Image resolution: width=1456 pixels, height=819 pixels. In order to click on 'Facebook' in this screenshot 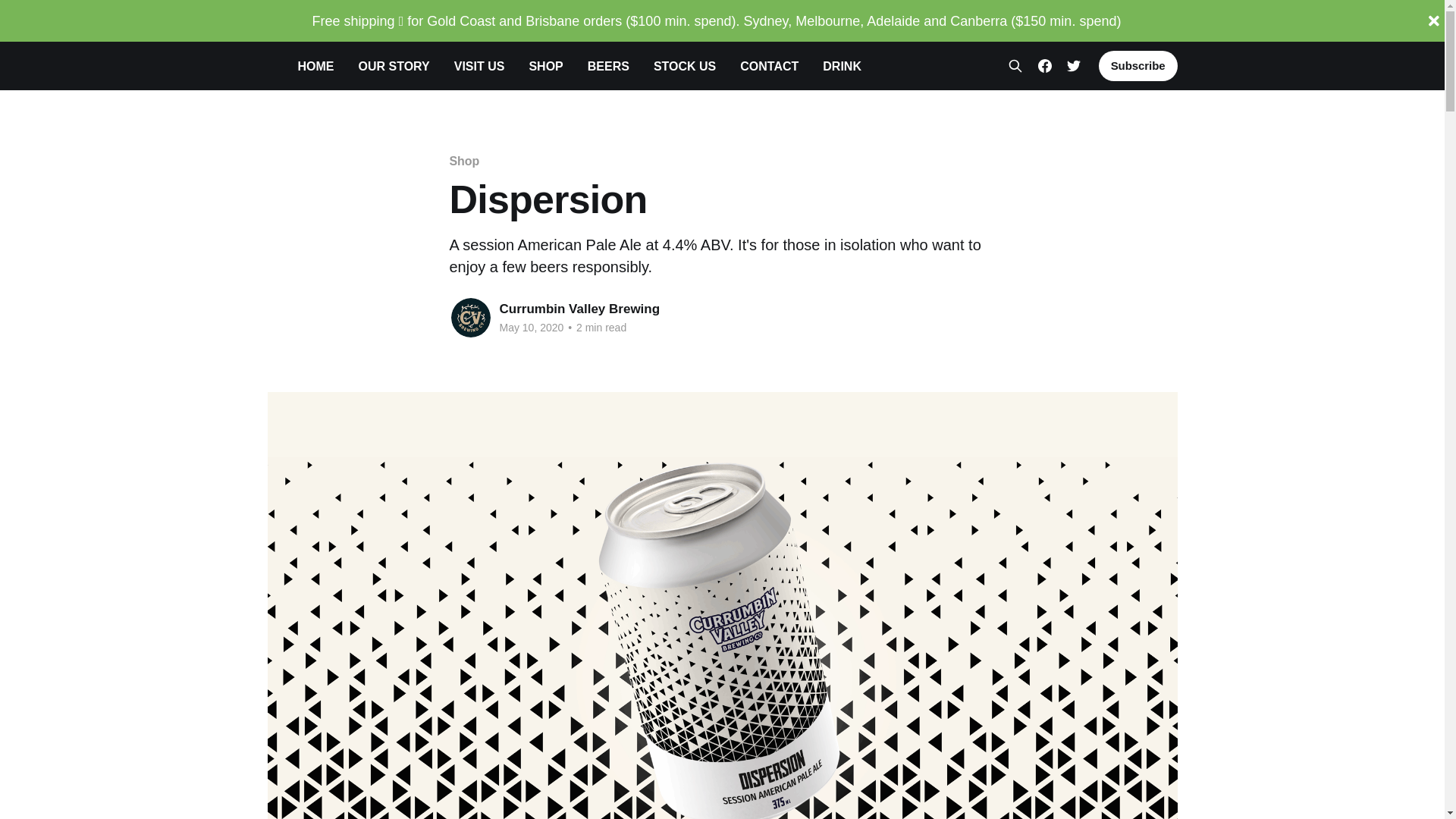, I will do `click(1043, 65)`.